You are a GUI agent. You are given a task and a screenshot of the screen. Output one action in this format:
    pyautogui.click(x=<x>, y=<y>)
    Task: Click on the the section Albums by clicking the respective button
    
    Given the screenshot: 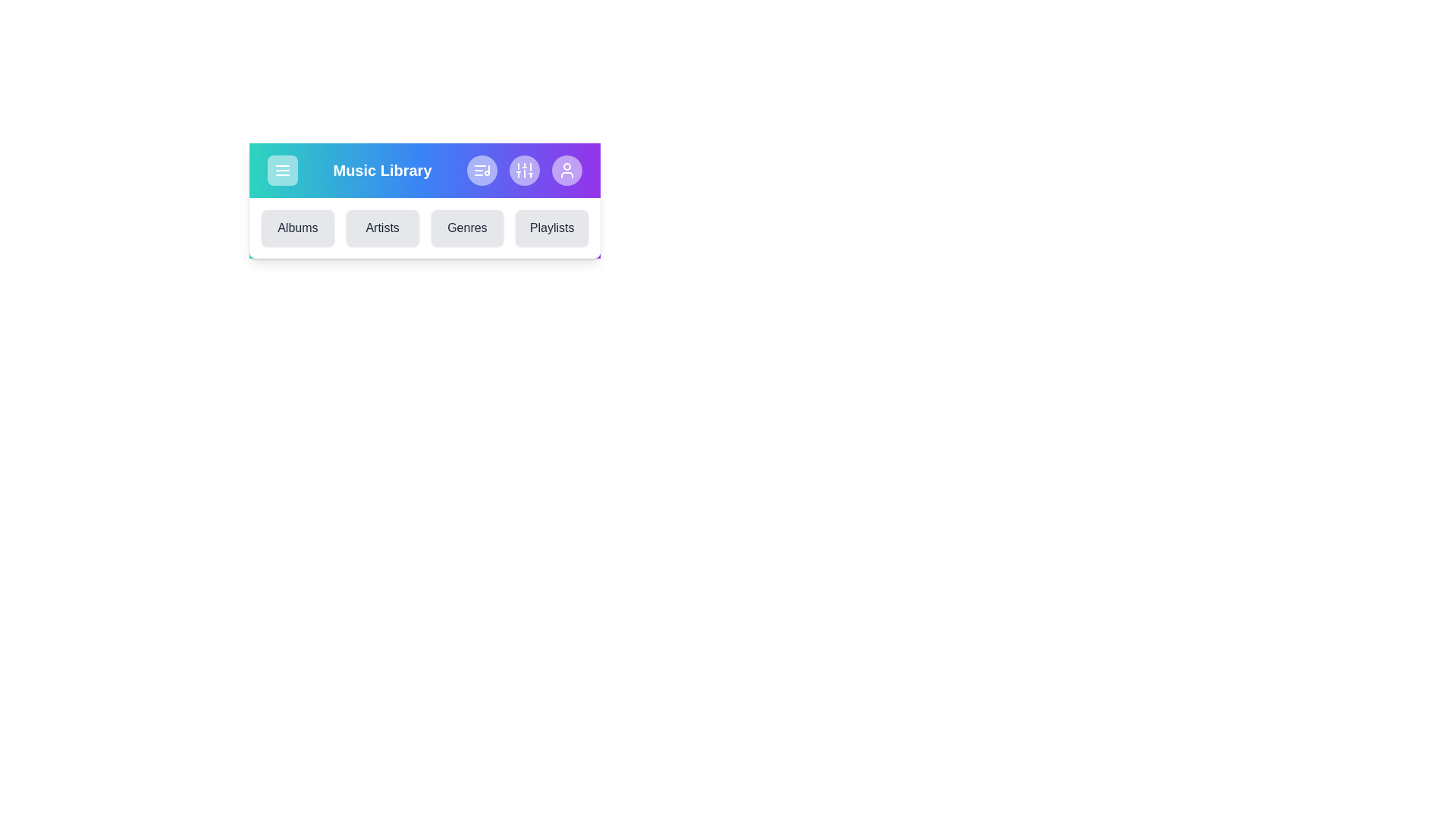 What is the action you would take?
    pyautogui.click(x=297, y=227)
    